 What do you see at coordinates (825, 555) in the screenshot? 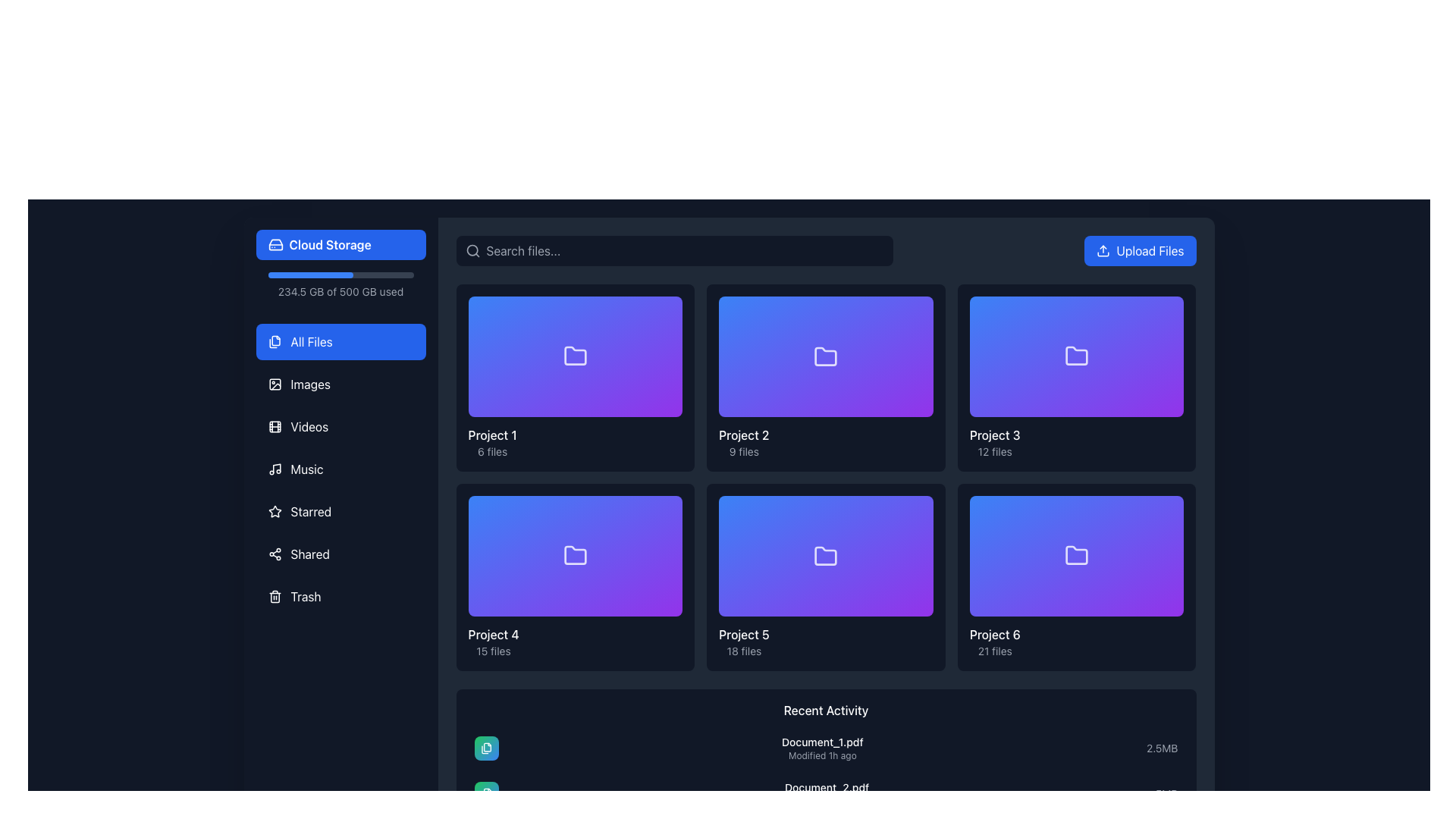
I see `the folder icon representing 'Project 5' located` at bounding box center [825, 555].